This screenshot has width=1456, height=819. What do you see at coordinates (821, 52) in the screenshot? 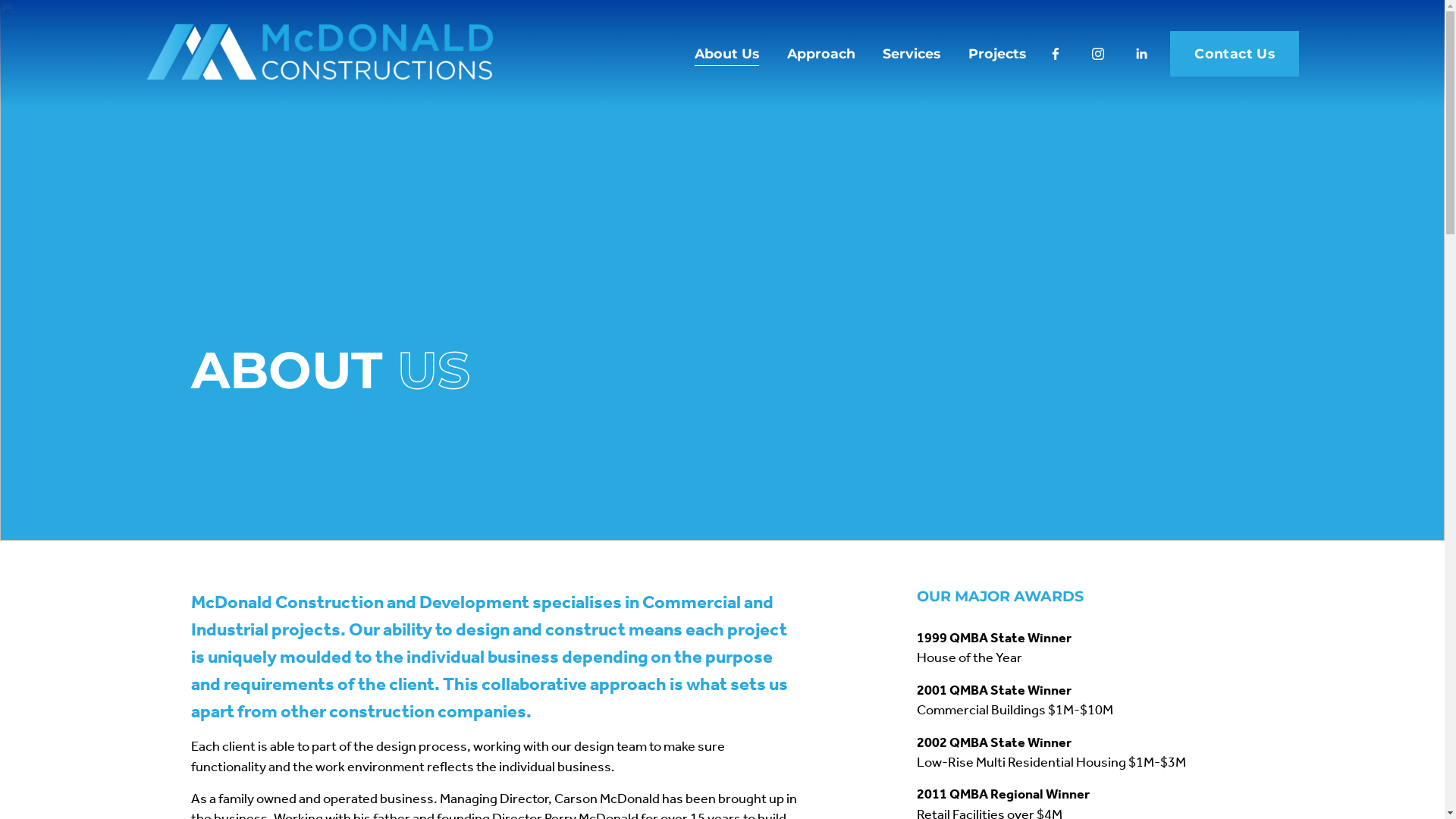
I see `'Approach'` at bounding box center [821, 52].